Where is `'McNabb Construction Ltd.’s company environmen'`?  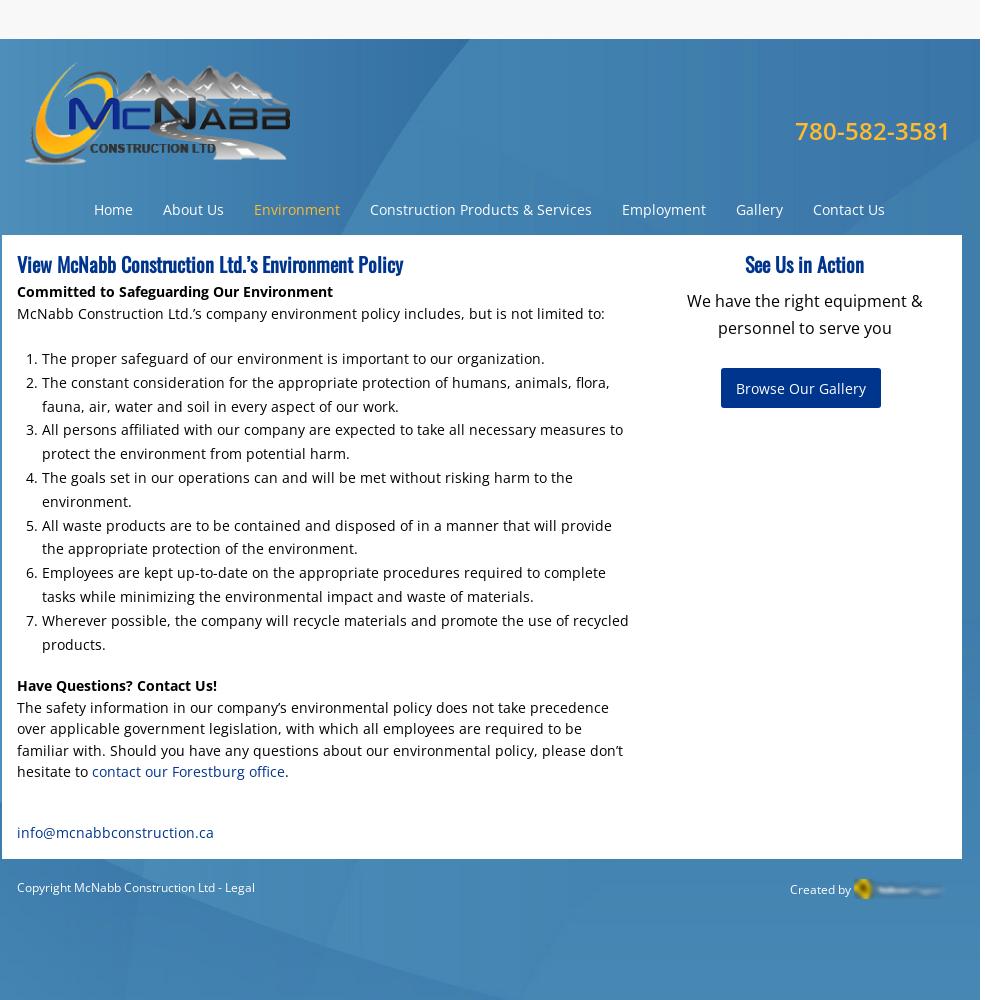 'McNabb Construction Ltd.’s company environmen' is located at coordinates (184, 312).